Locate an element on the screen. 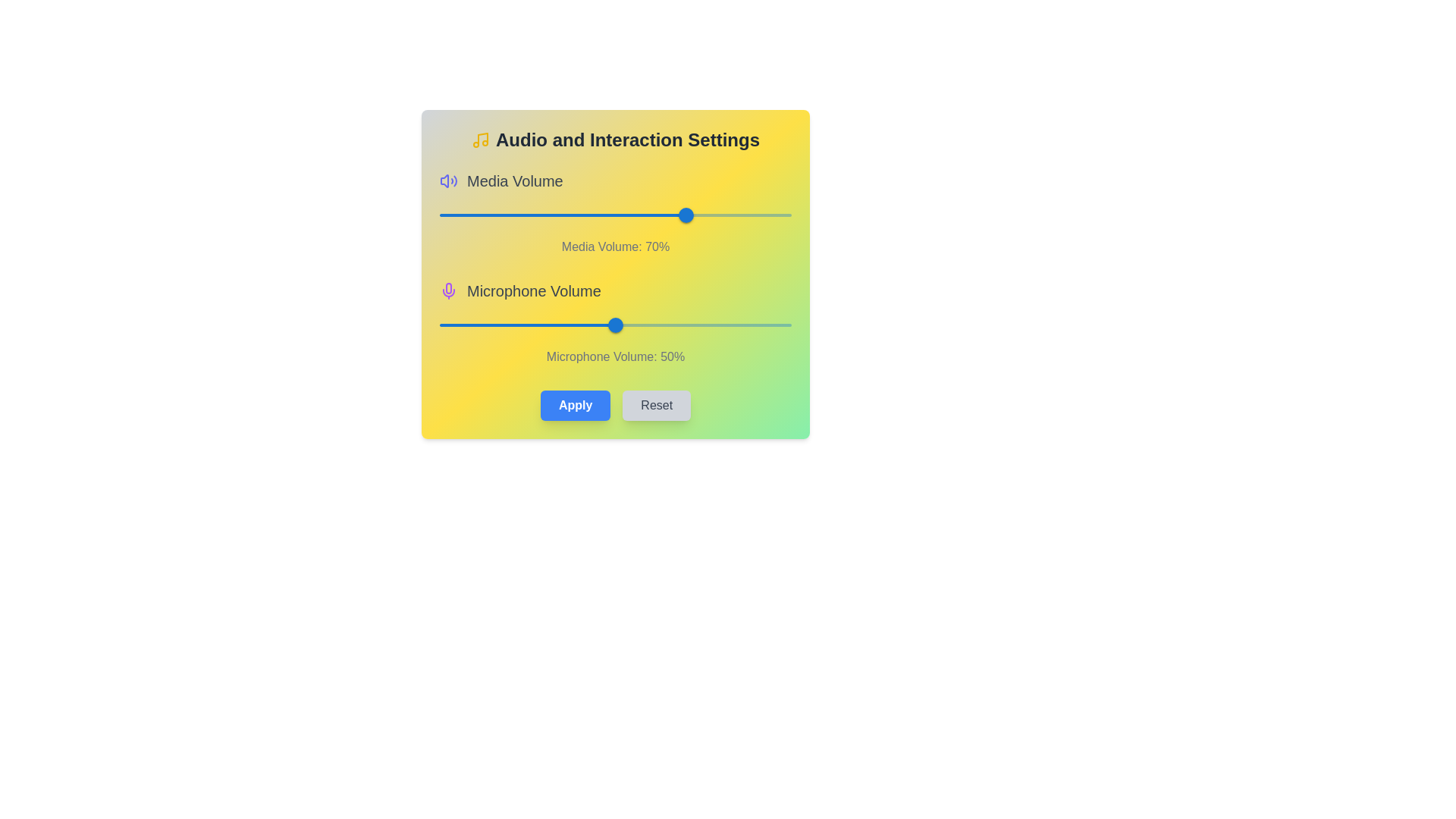 This screenshot has height=819, width=1456. the microphone volume is located at coordinates (623, 324).